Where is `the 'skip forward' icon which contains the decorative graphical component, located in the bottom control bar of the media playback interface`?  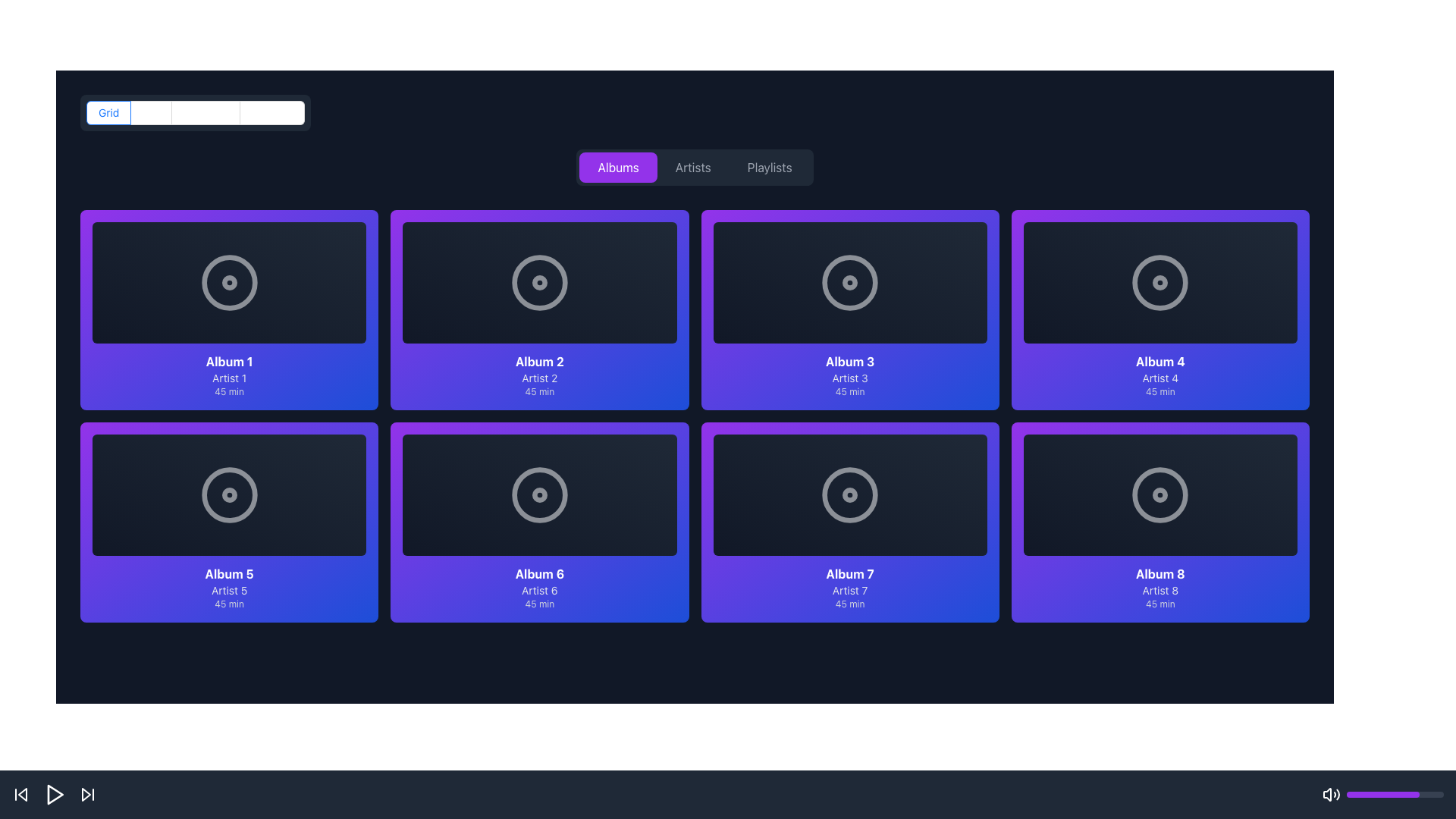
the 'skip forward' icon which contains the decorative graphical component, located in the bottom control bar of the media playback interface is located at coordinates (86, 794).